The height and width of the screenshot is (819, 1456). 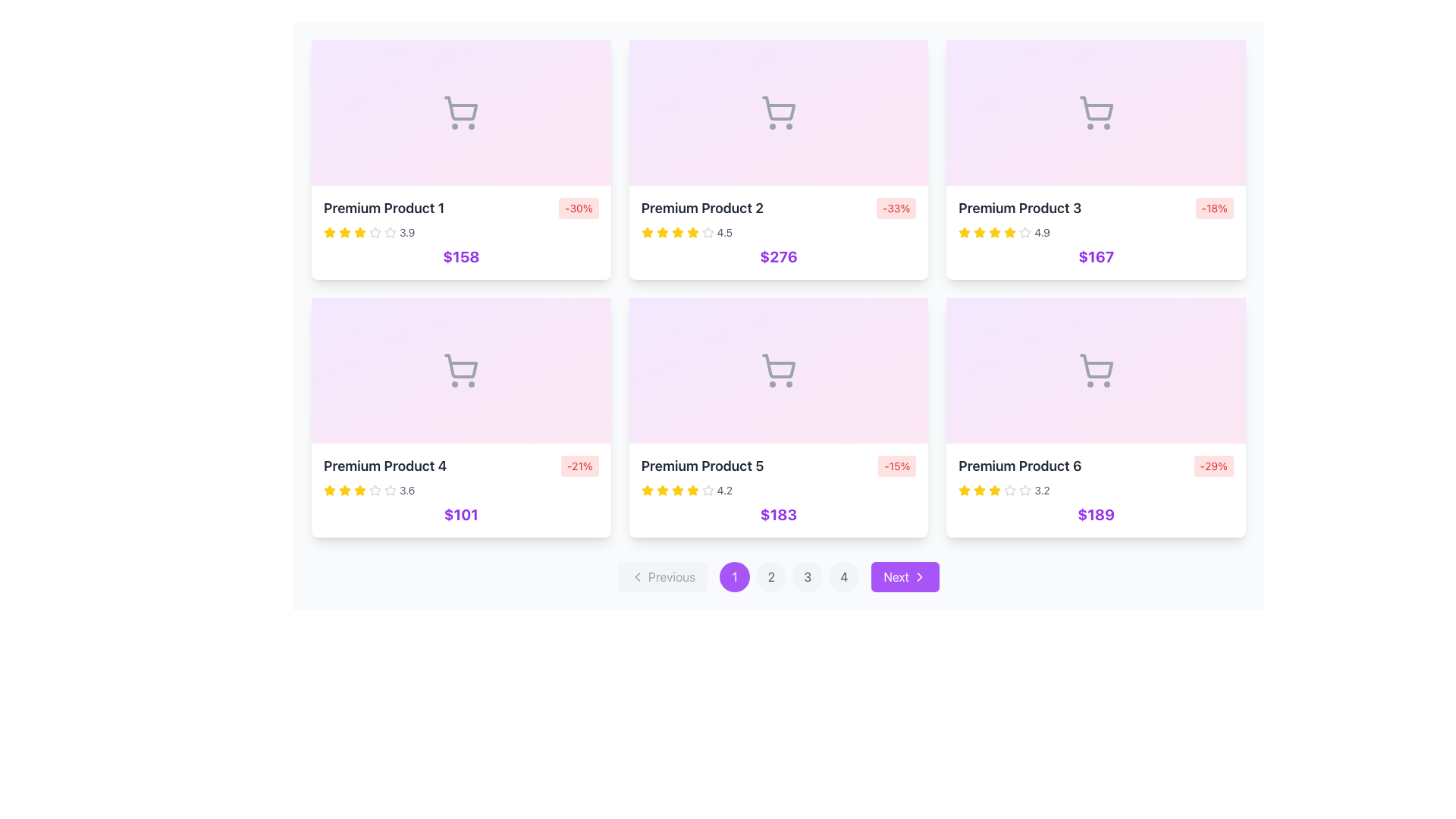 I want to click on the filled yellow star icon indicating the active rating for 'Premium Product 1' in the top-left corner of the product grid, so click(x=344, y=232).